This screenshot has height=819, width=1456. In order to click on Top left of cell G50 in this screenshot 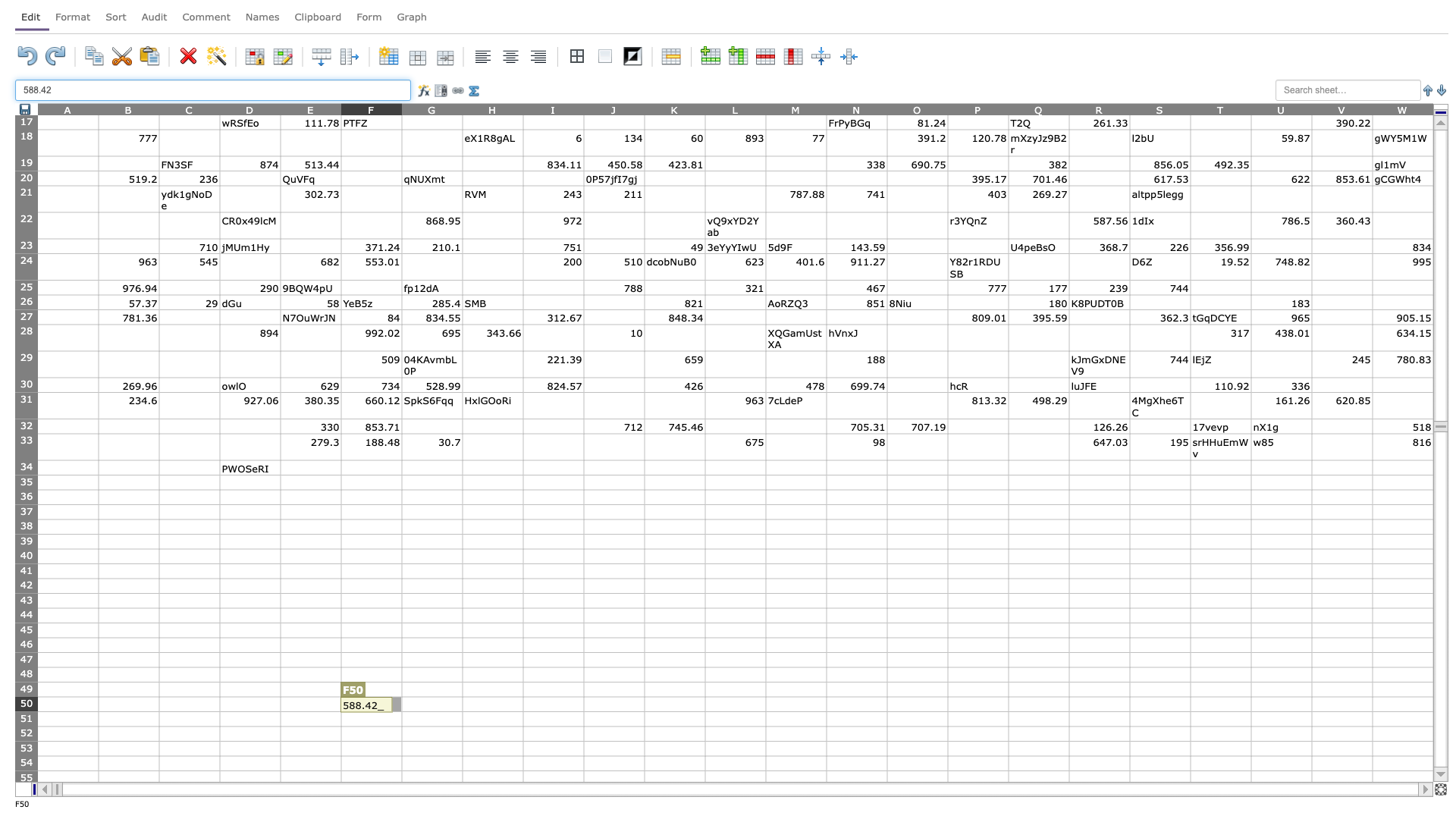, I will do `click(401, 696)`.